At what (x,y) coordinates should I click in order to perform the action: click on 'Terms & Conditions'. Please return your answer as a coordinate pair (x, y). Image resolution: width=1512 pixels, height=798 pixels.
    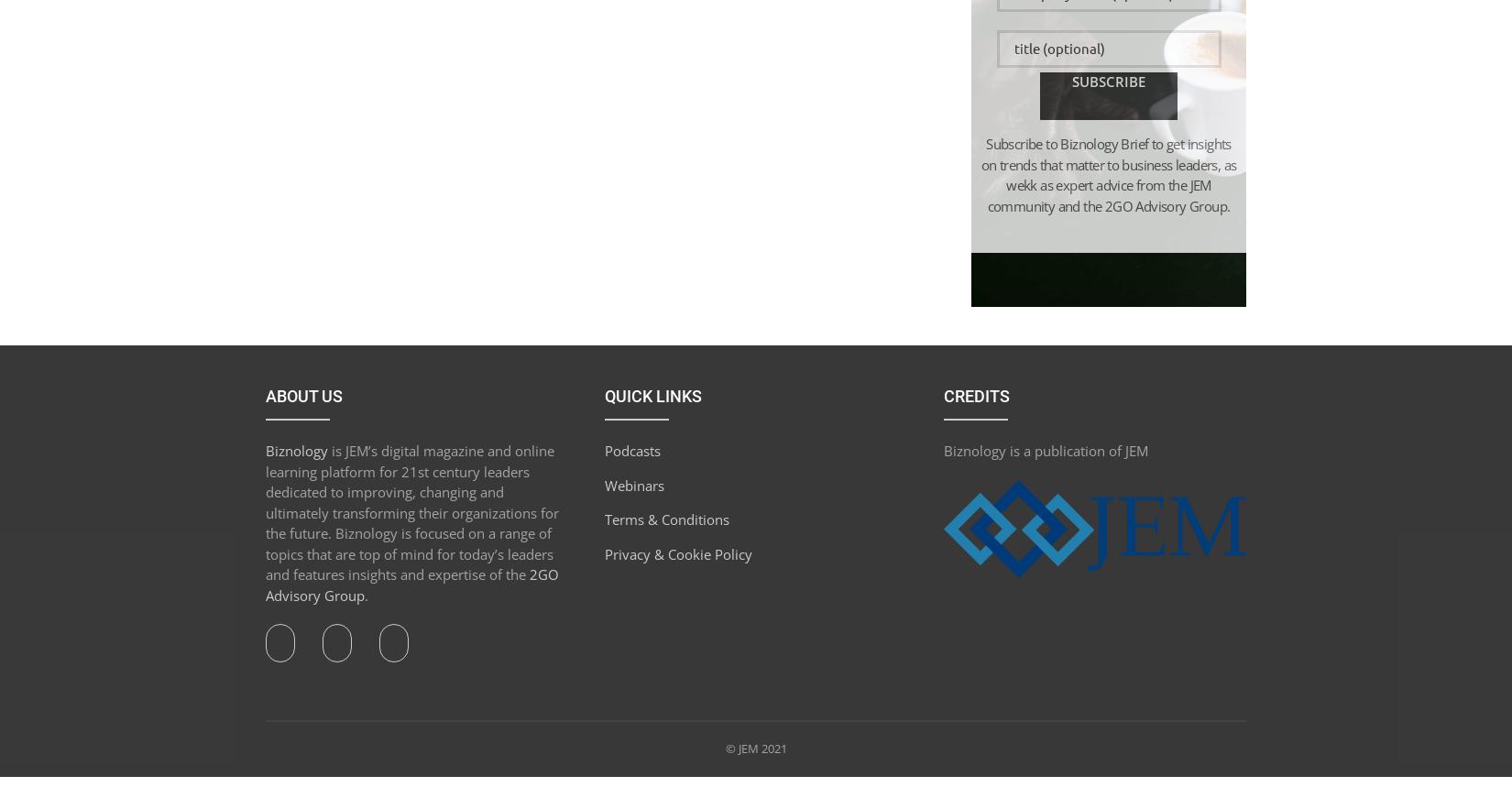
    Looking at the image, I should click on (603, 519).